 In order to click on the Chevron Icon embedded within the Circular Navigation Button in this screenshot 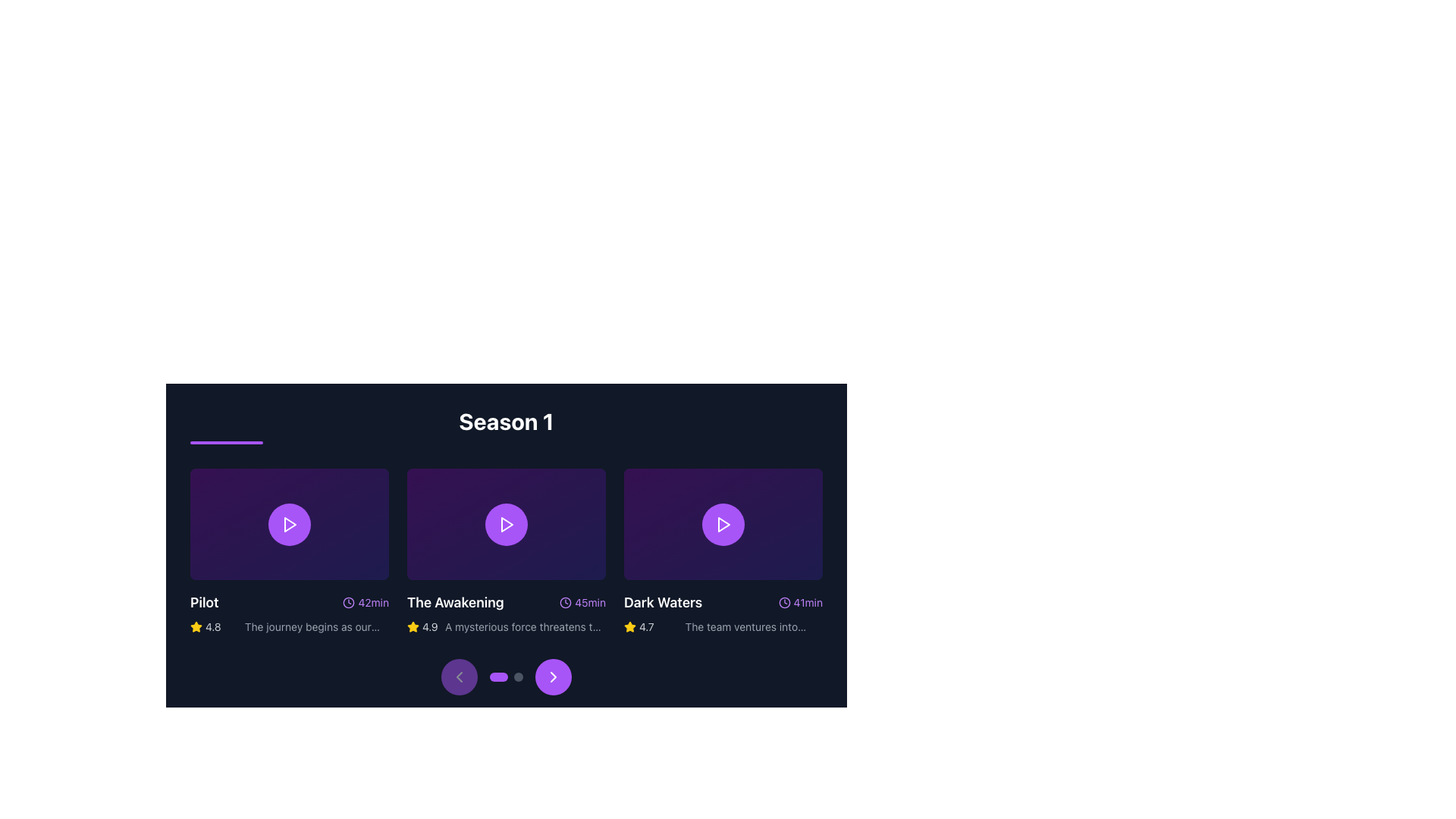, I will do `click(552, 676)`.